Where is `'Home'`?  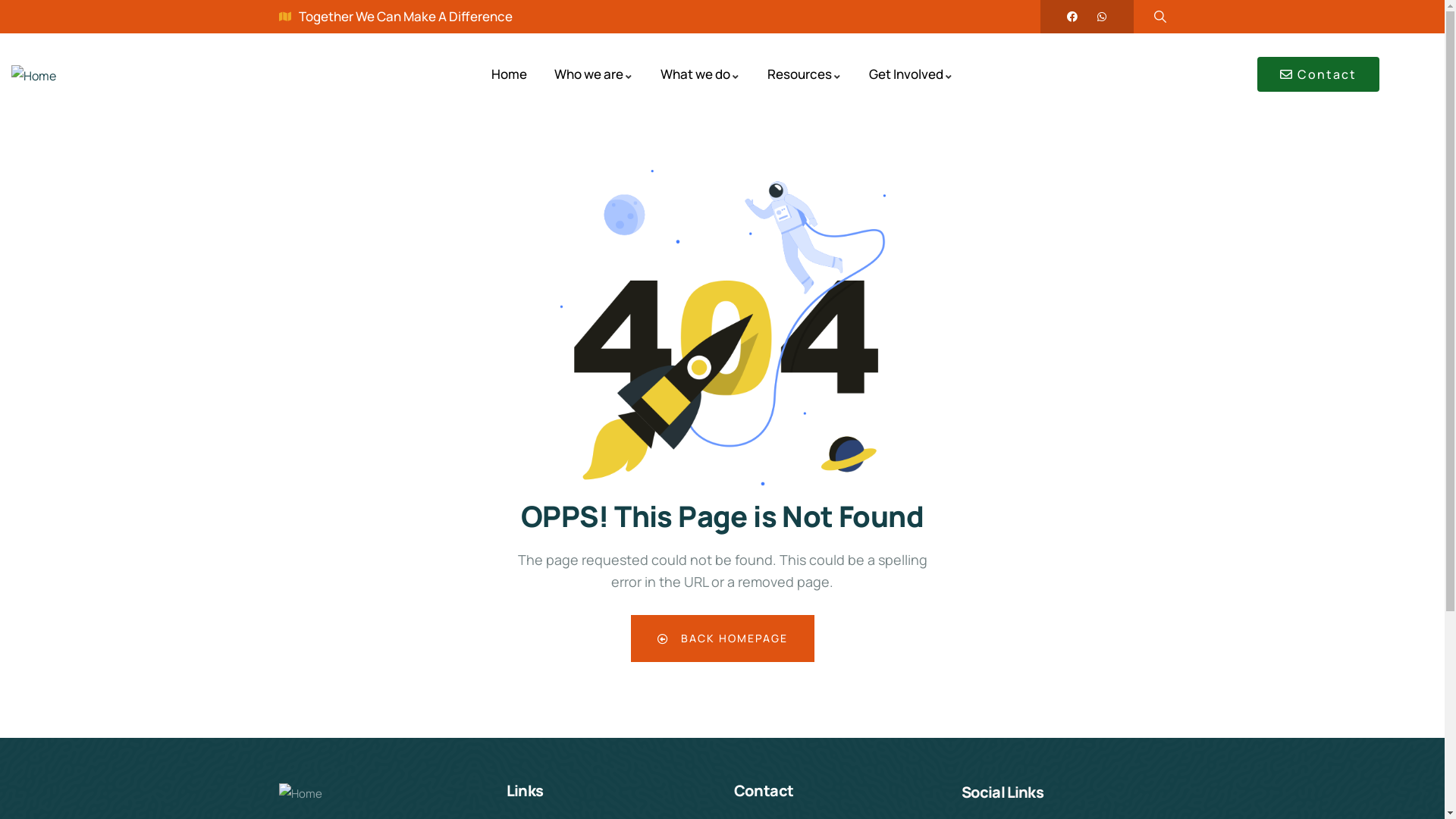 'Home' is located at coordinates (300, 793).